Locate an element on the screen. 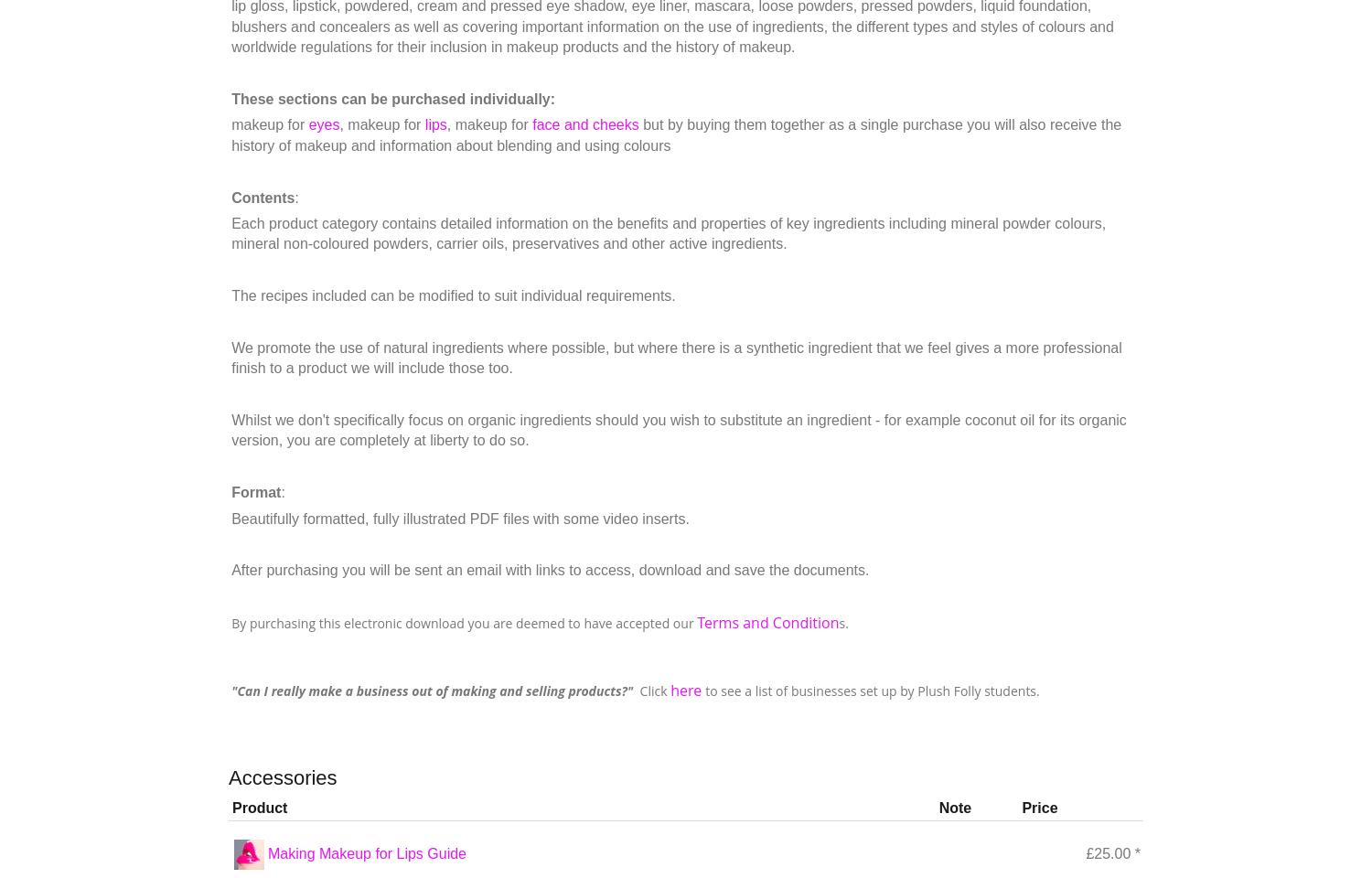 The image size is (1372, 878). 'makeup for' is located at coordinates (270, 123).